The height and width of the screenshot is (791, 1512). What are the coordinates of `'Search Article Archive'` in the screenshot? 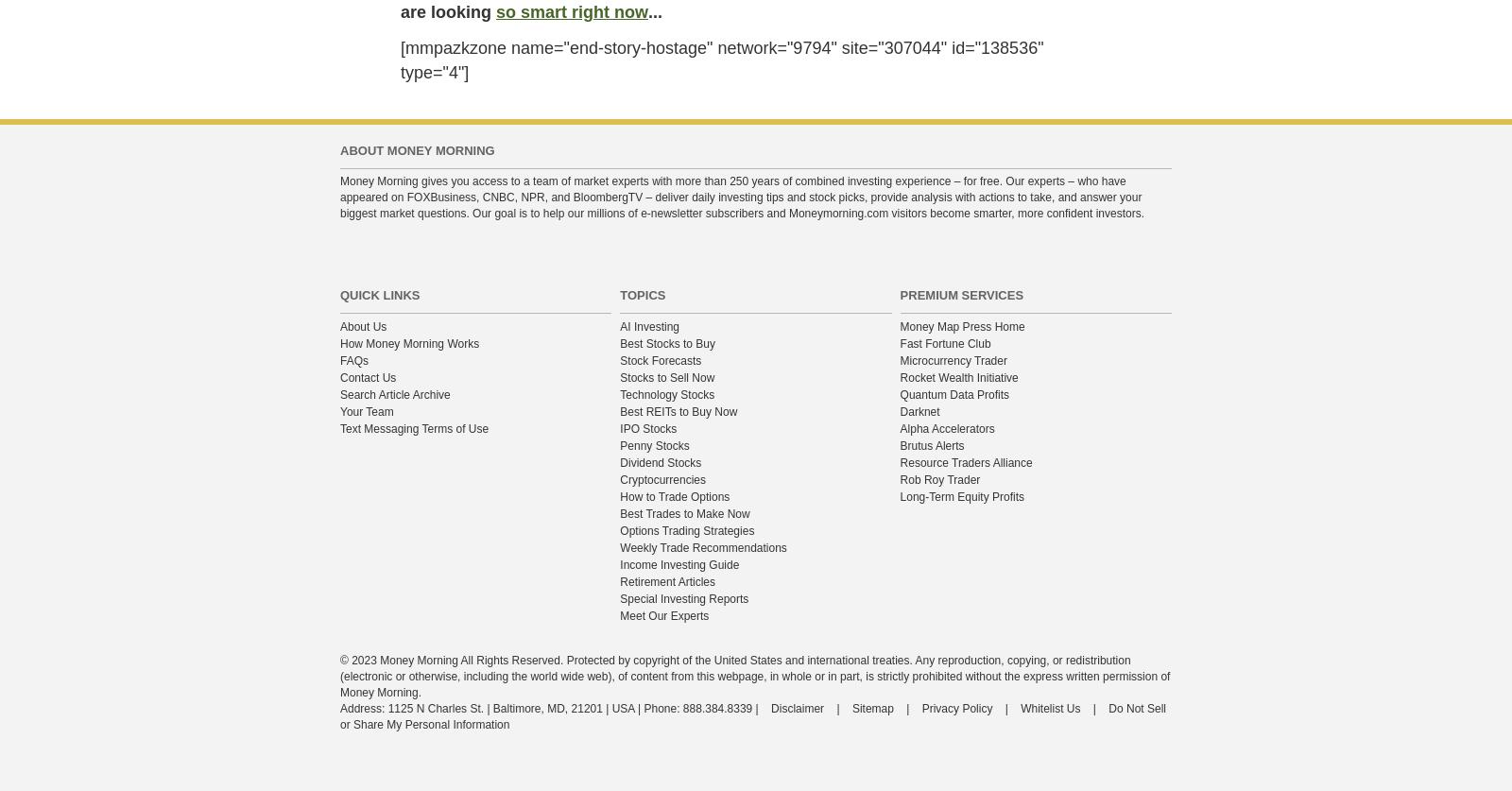 It's located at (393, 394).